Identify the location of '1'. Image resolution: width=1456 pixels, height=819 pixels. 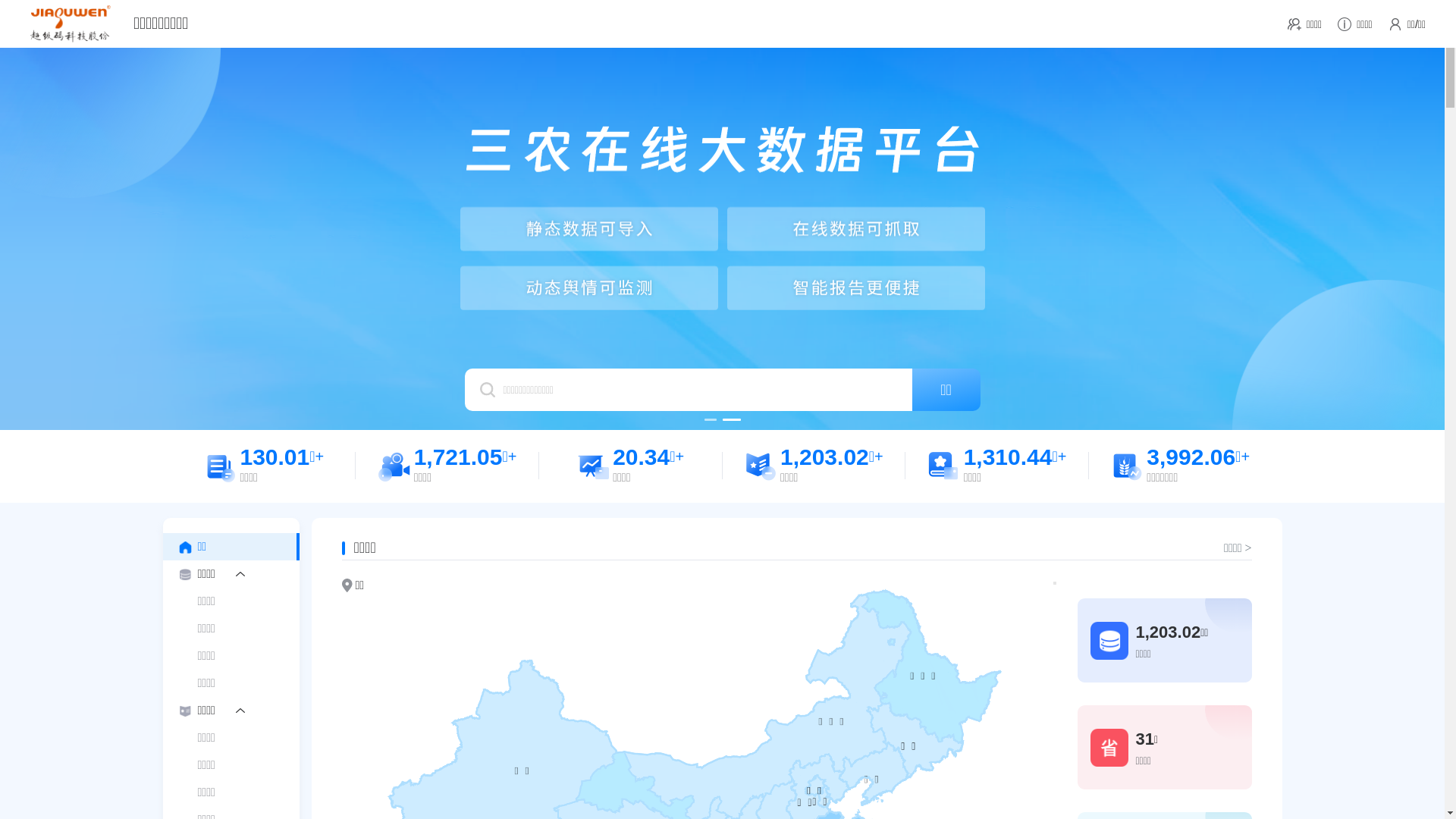
(709, 419).